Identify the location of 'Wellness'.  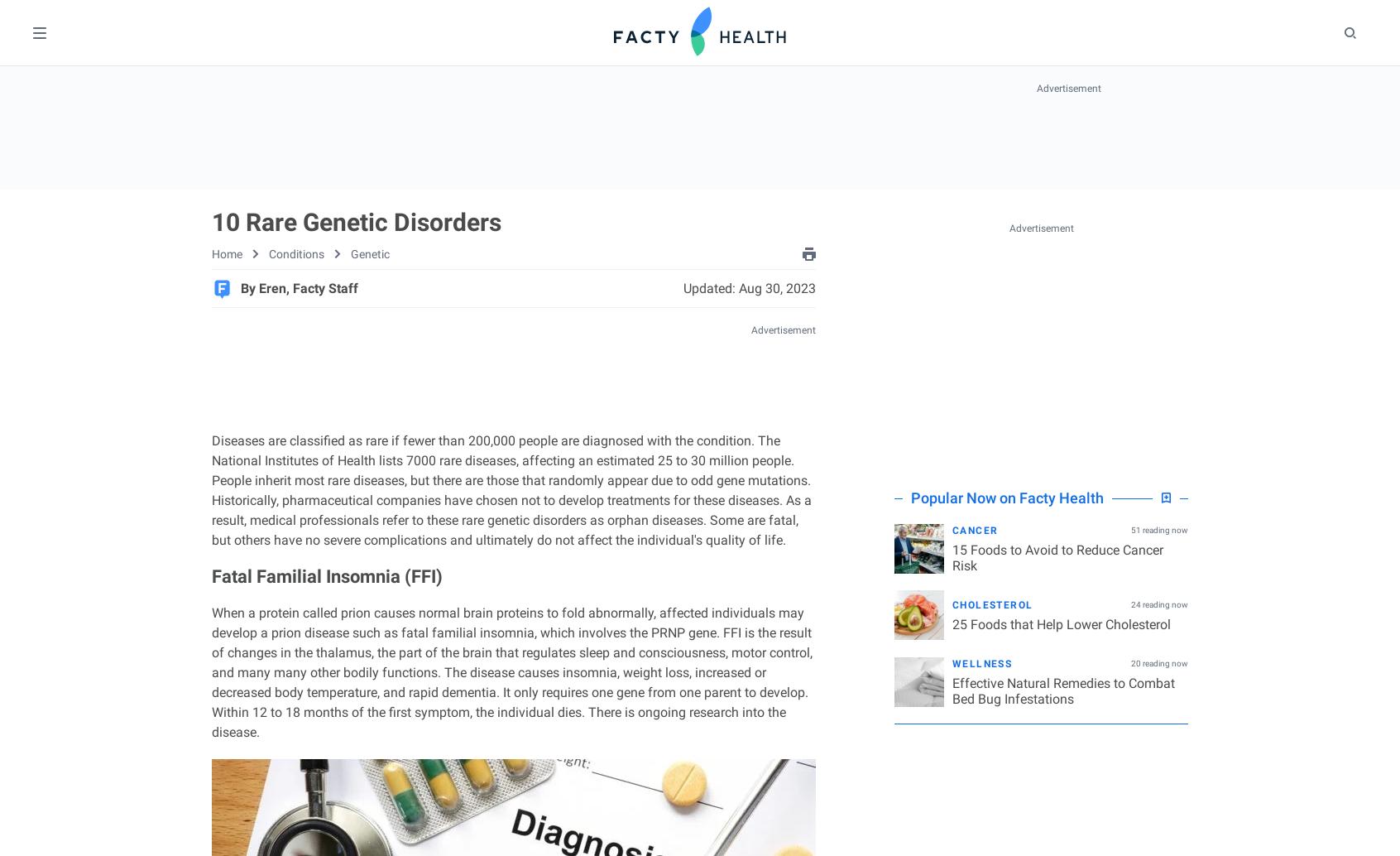
(980, 662).